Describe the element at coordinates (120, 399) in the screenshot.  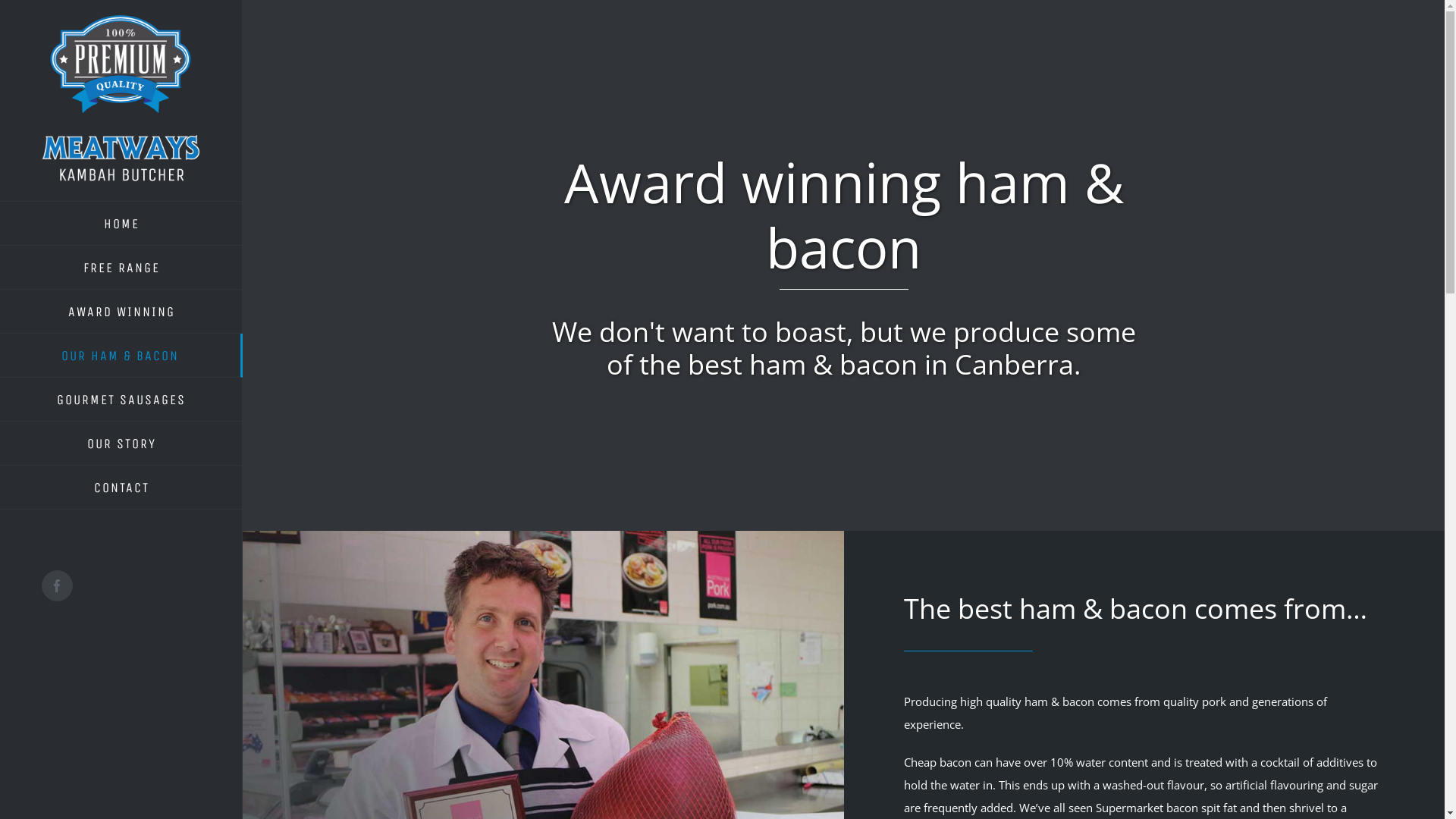
I see `'GOURMET SAUSAGES'` at that location.